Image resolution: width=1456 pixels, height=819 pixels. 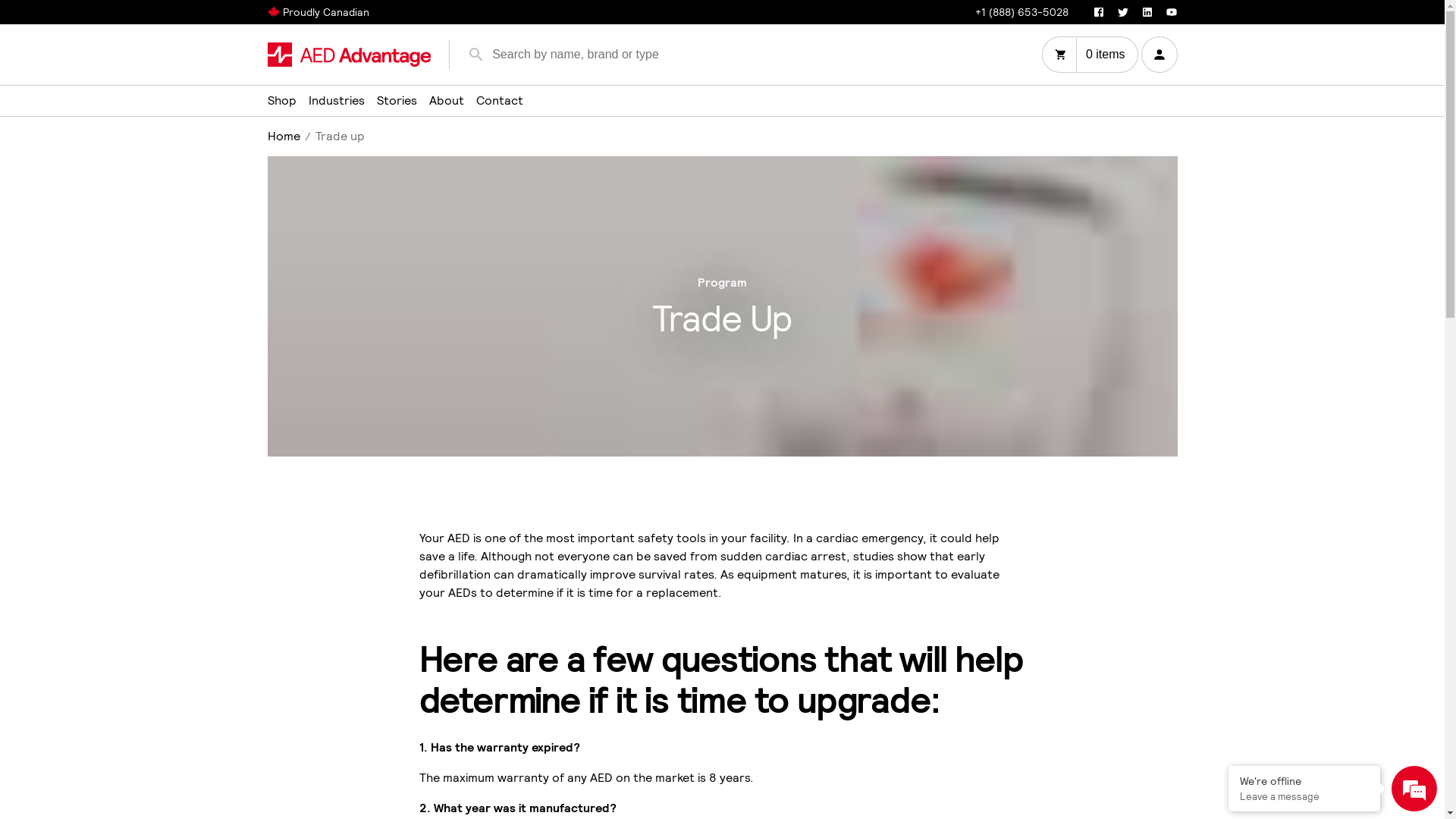 What do you see at coordinates (1147, 11) in the screenshot?
I see `'LinkedIn'` at bounding box center [1147, 11].